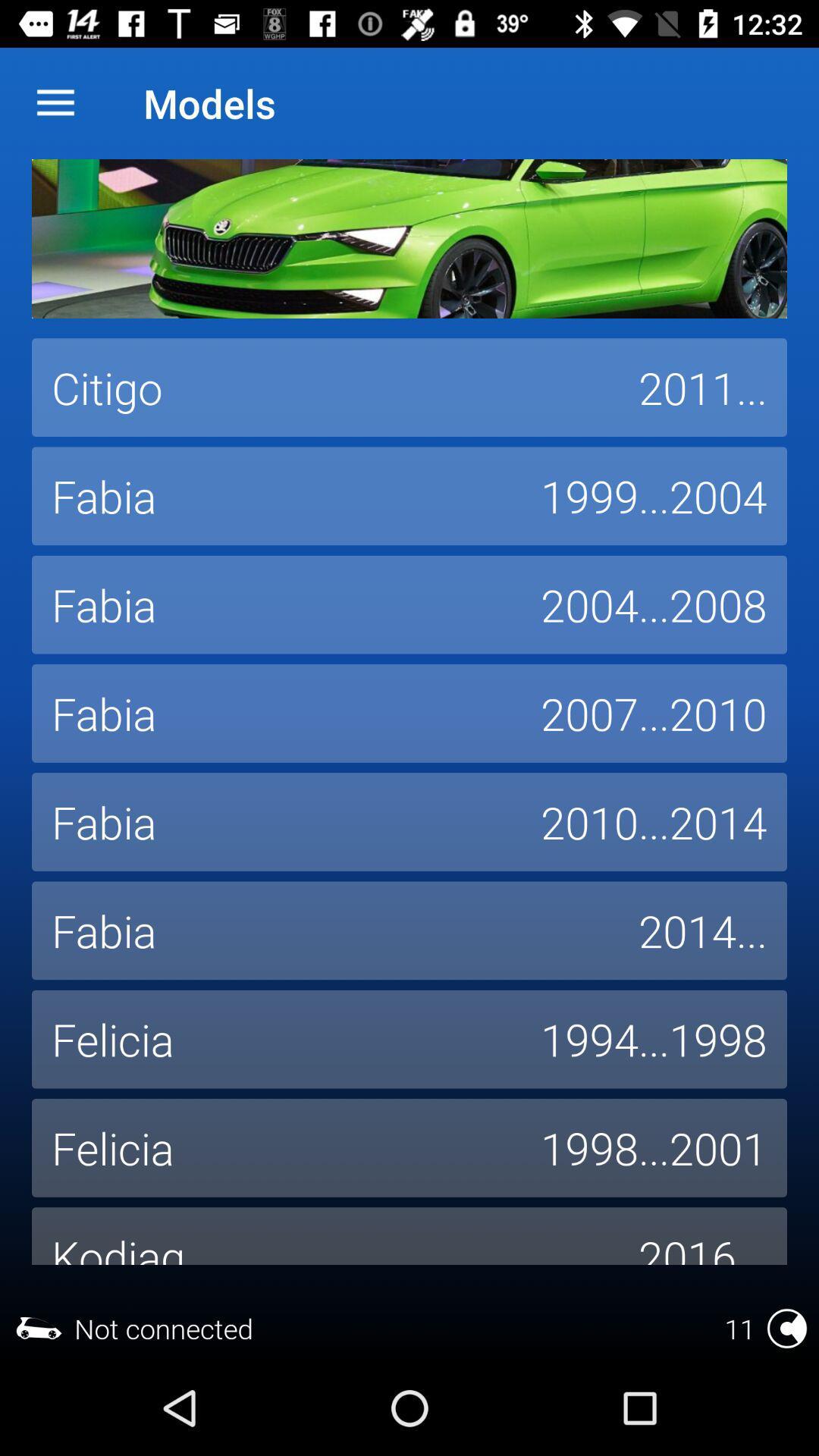 The width and height of the screenshot is (819, 1456). What do you see at coordinates (702, 388) in the screenshot?
I see `the item at the top right corner` at bounding box center [702, 388].